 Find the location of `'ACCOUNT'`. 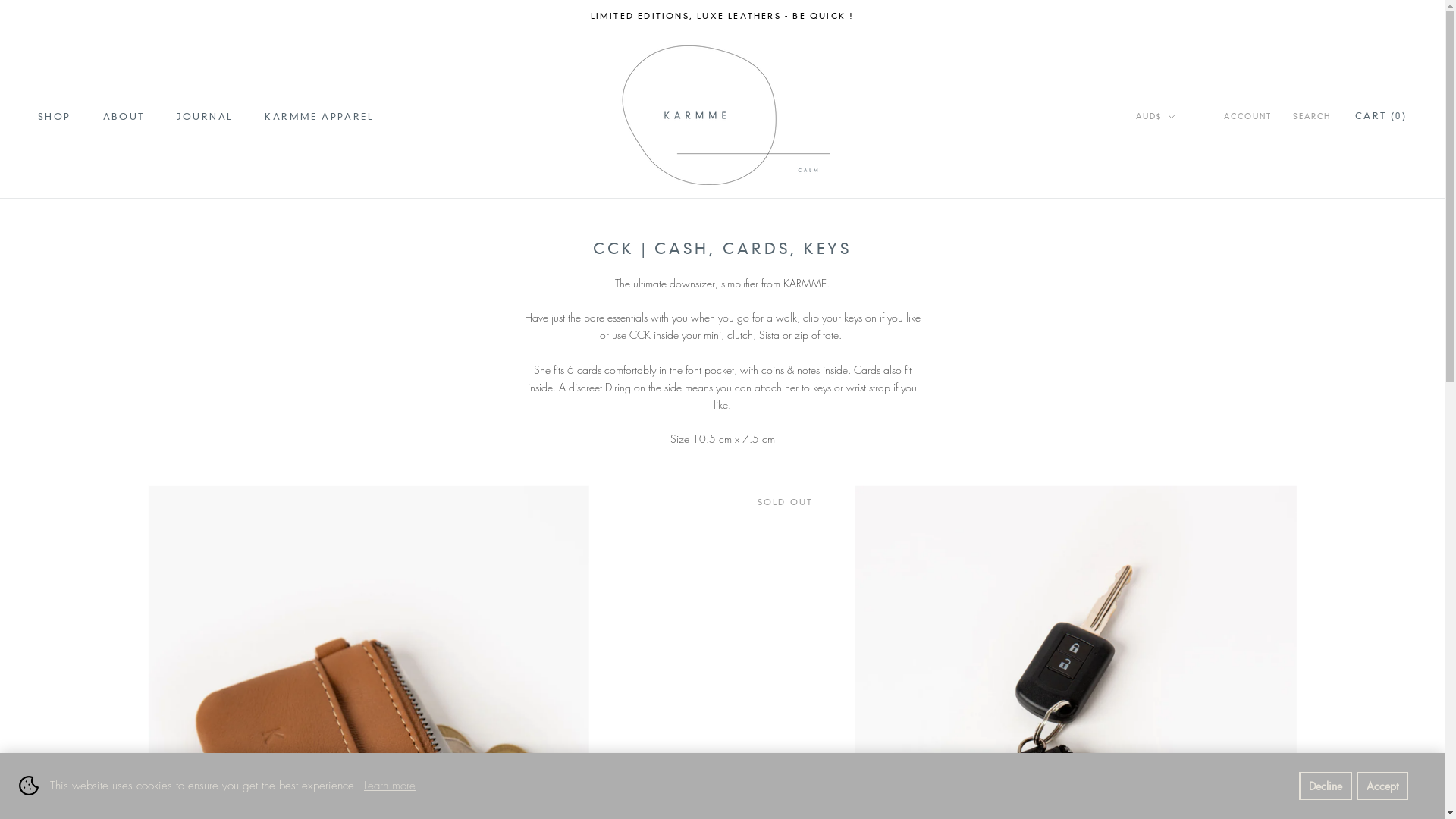

'ACCOUNT' is located at coordinates (1247, 116).